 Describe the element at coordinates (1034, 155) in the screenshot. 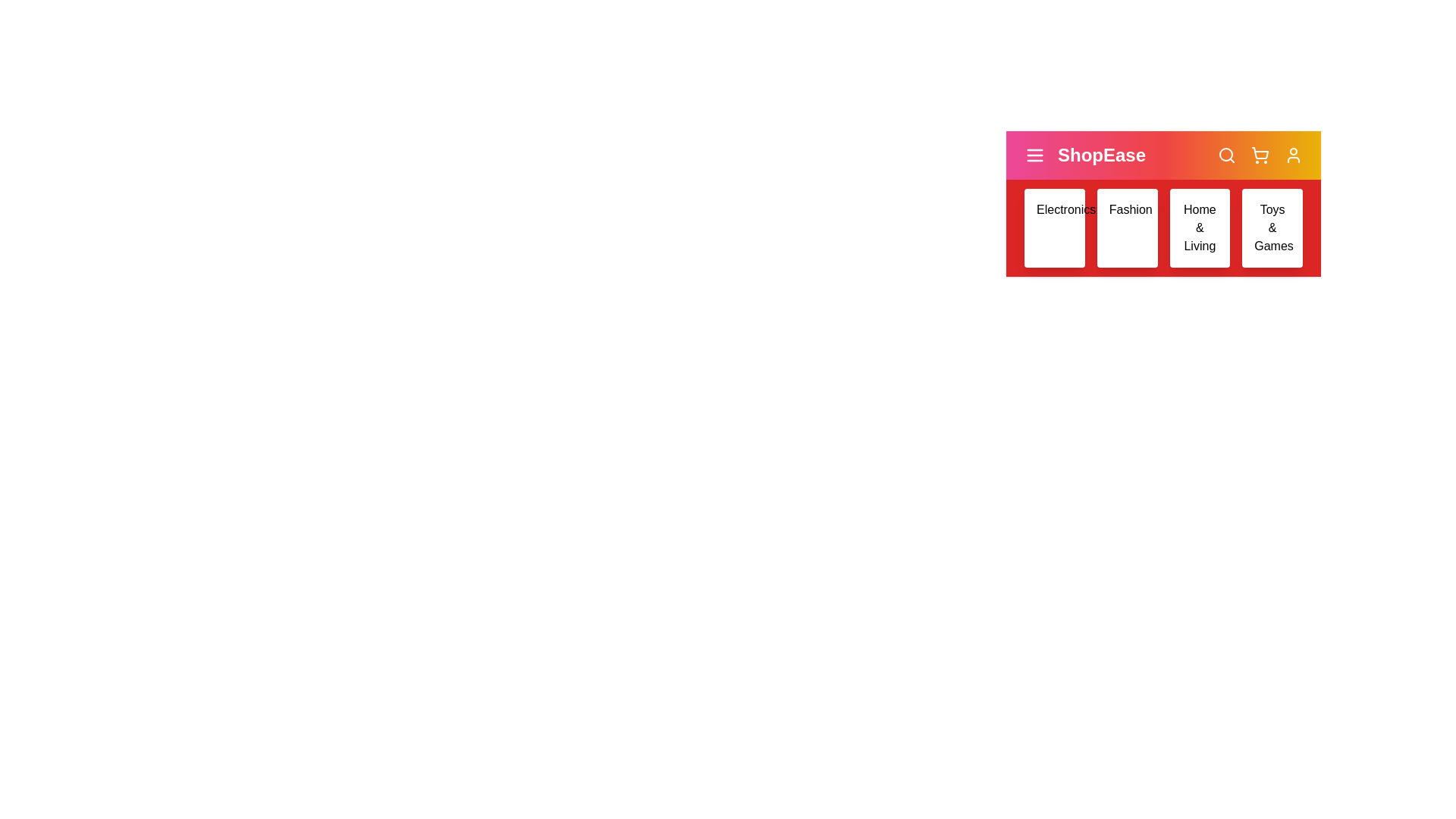

I see `the menu icon to toggle the menu visibility` at that location.